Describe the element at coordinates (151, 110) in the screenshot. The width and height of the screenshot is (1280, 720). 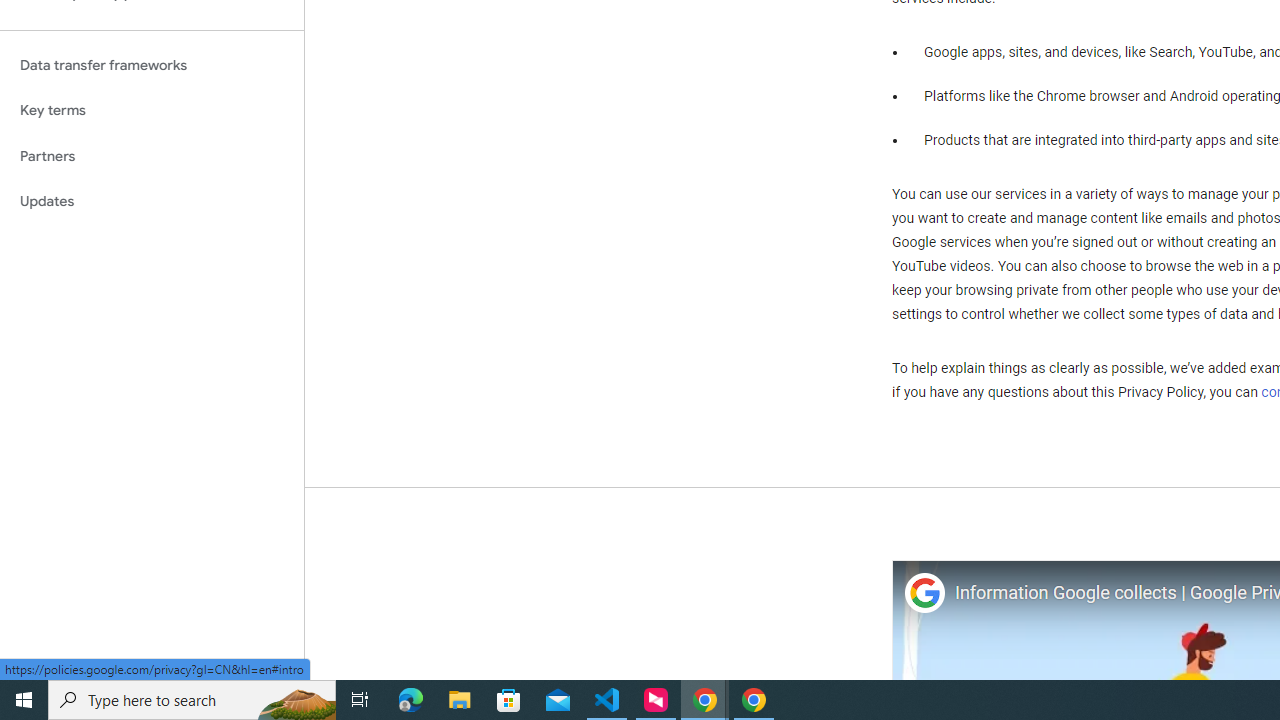
I see `'Key terms'` at that location.